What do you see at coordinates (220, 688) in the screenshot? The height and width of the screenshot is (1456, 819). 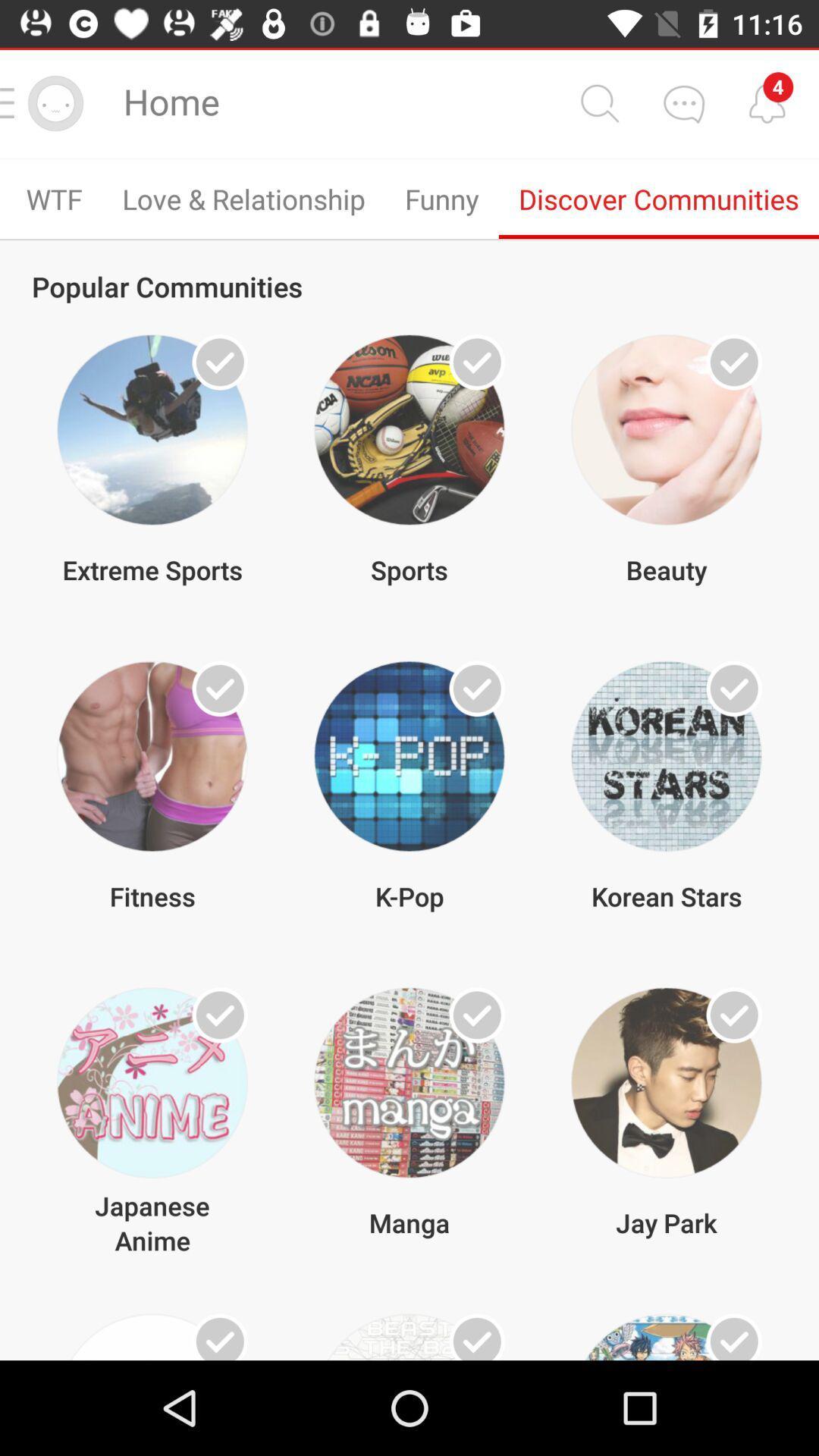 I see `join community toggle` at bounding box center [220, 688].